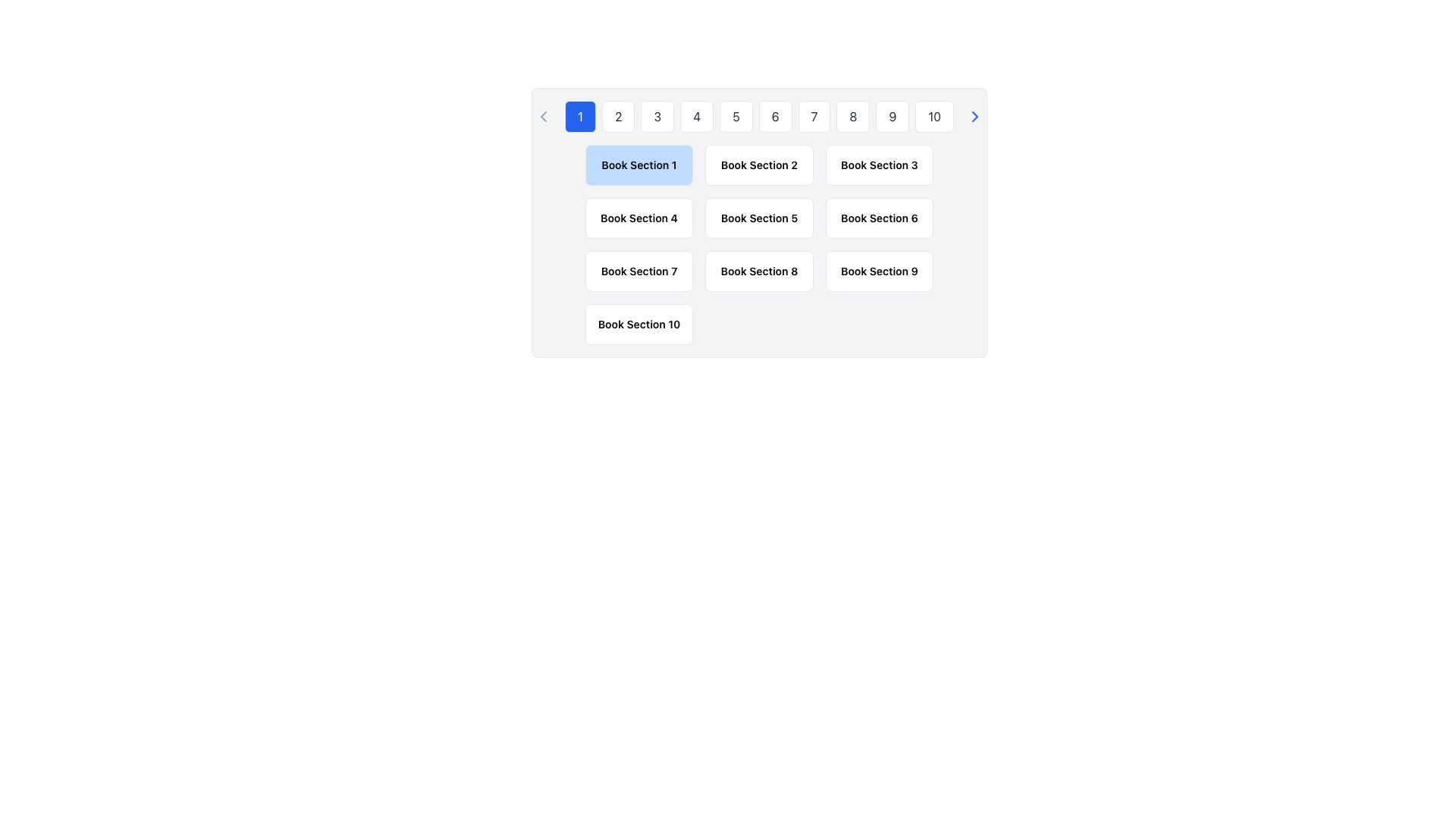 The height and width of the screenshot is (819, 1456). I want to click on the rectangular button with rounded corners labeled 'Book Section 8', which is located in the third row, second column of the grid layout, so click(759, 271).